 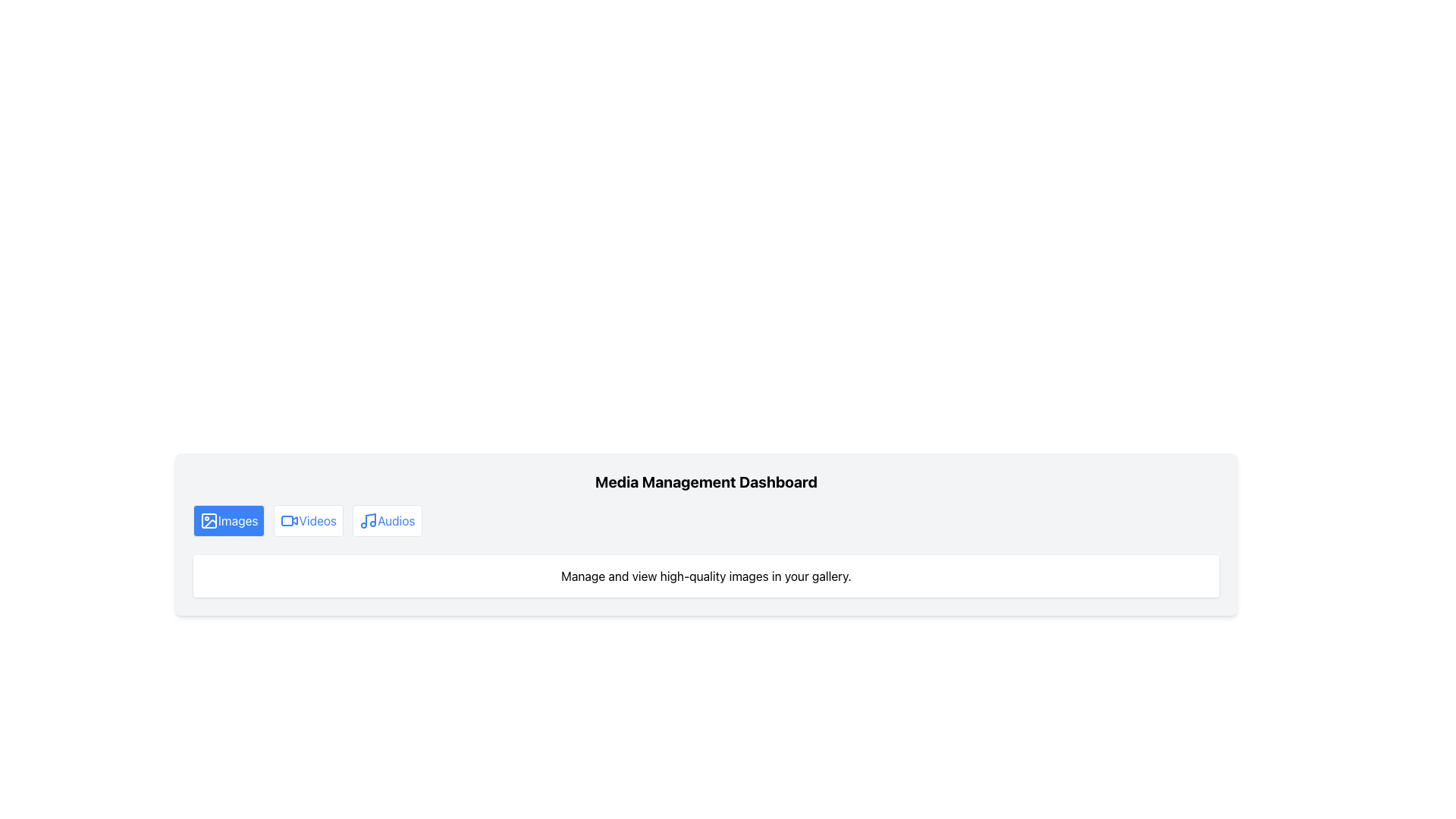 What do you see at coordinates (308, 519) in the screenshot?
I see `the 'Videos' button, which is the second in a horizontal list of three options ('Images', 'Videos', 'Audios')` at bounding box center [308, 519].